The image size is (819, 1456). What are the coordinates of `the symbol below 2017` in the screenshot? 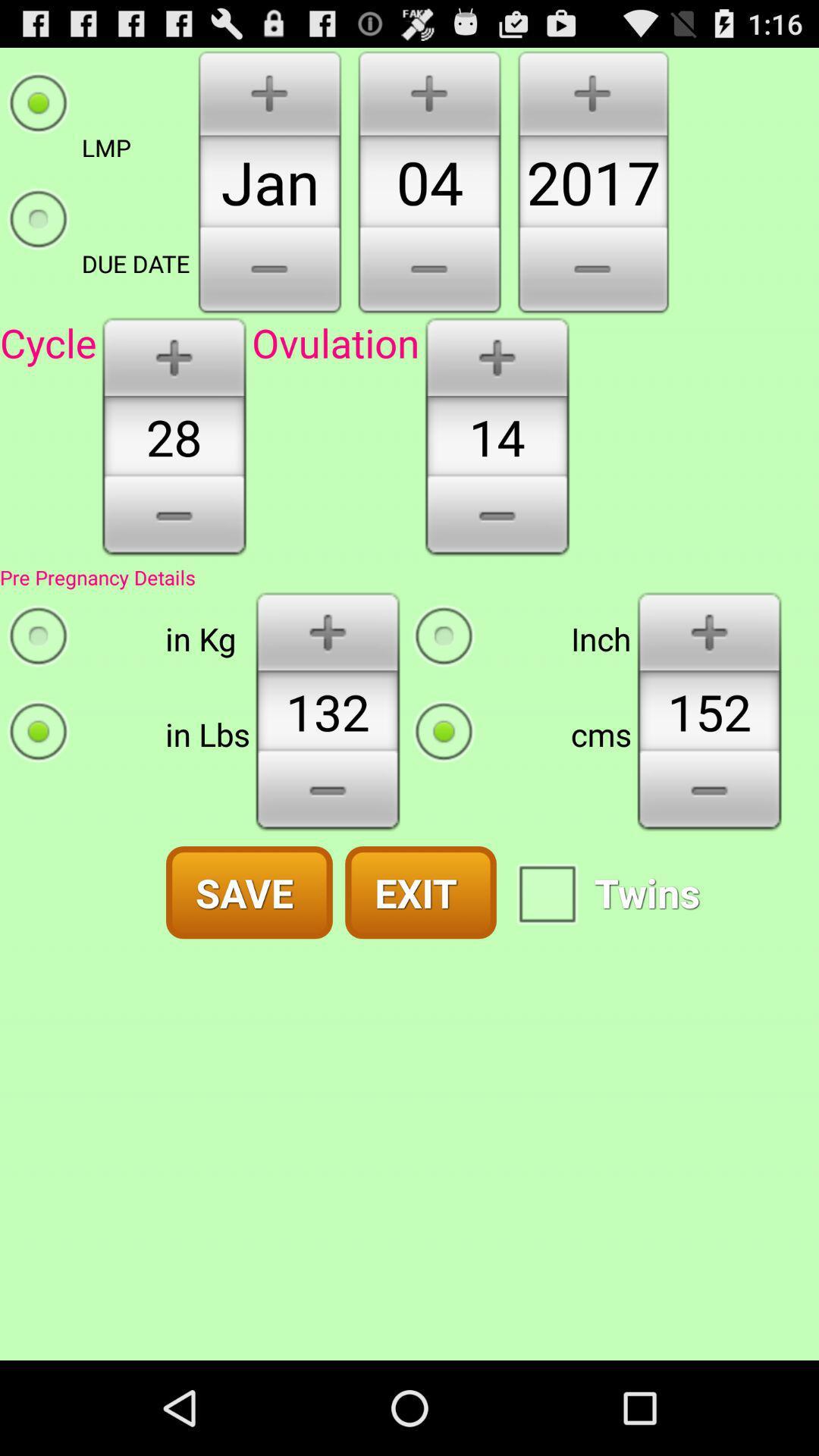 It's located at (592, 272).